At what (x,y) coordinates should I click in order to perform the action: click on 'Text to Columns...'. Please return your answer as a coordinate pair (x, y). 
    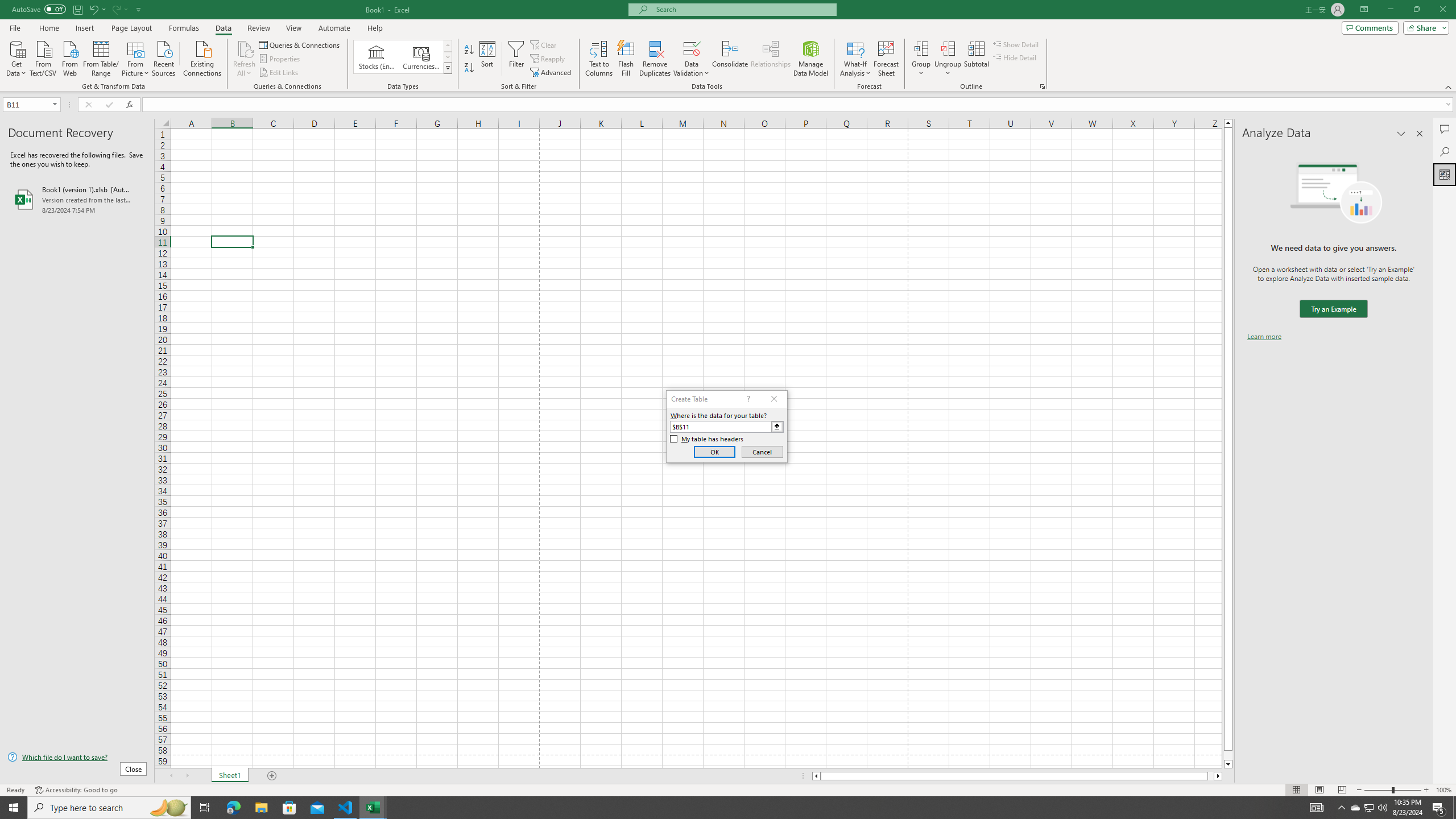
    Looking at the image, I should click on (598, 59).